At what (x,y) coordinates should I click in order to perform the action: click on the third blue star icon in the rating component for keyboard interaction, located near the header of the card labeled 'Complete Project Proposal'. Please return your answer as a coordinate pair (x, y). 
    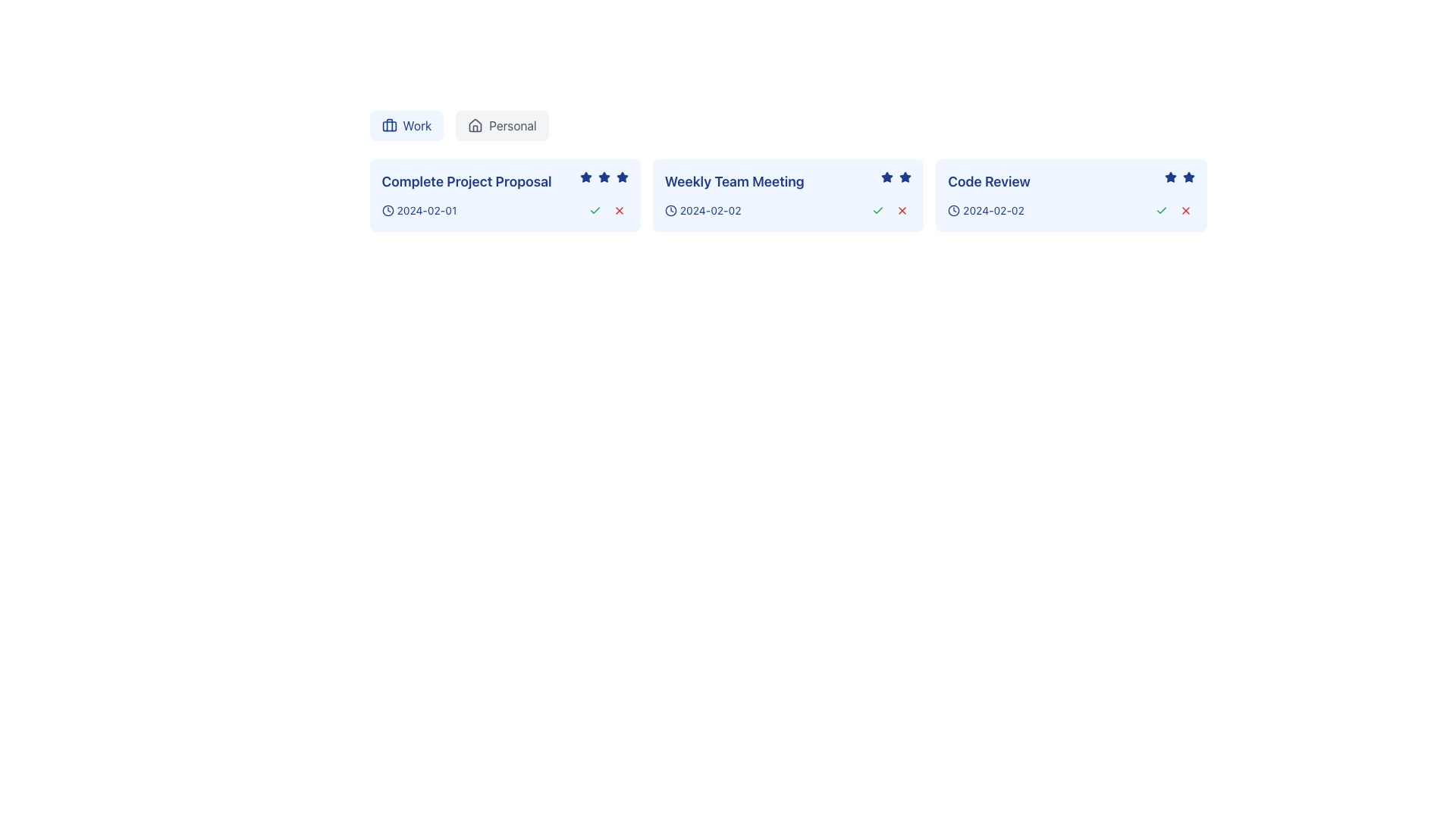
    Looking at the image, I should click on (603, 177).